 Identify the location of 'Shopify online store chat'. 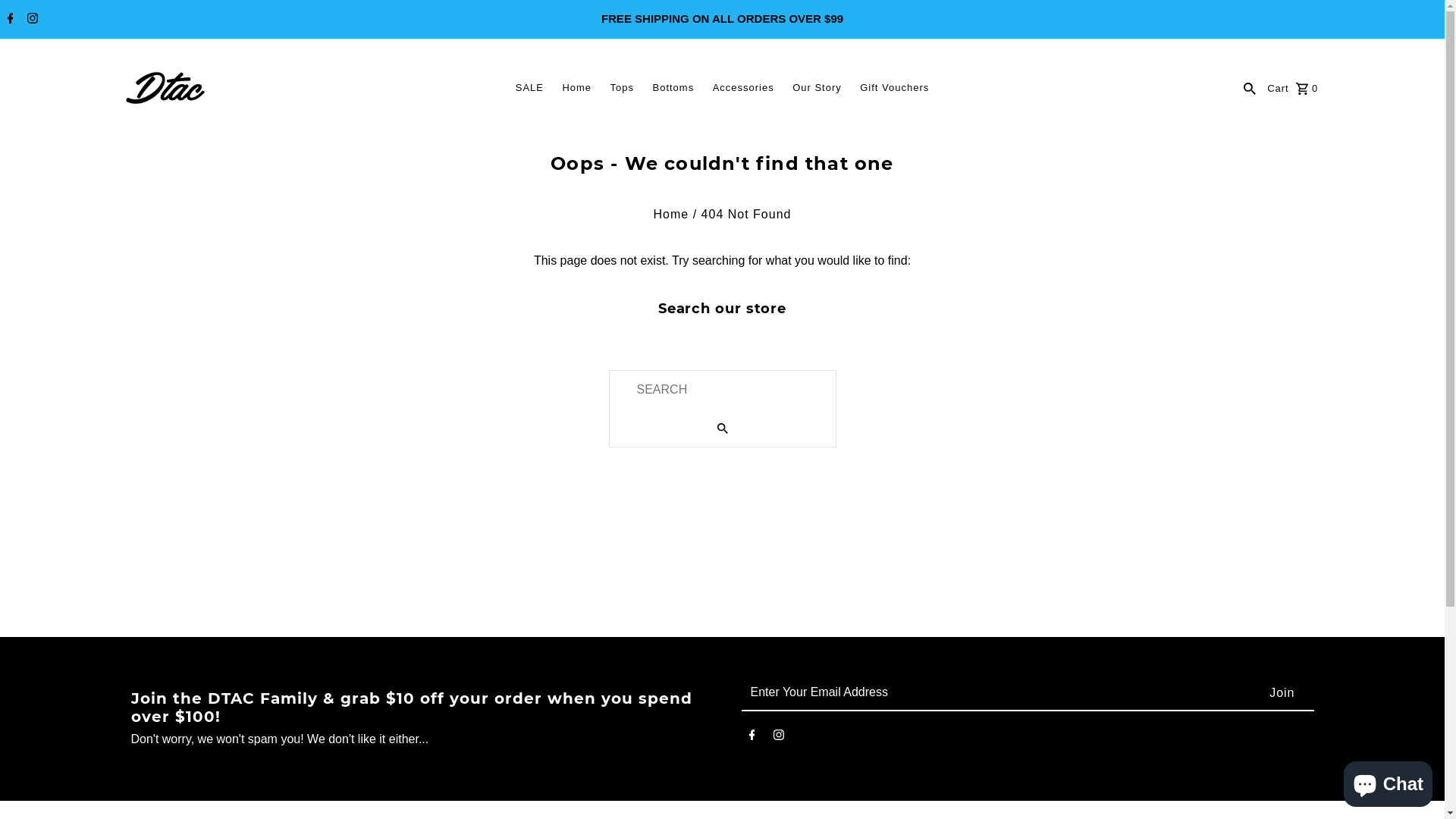
(1388, 780).